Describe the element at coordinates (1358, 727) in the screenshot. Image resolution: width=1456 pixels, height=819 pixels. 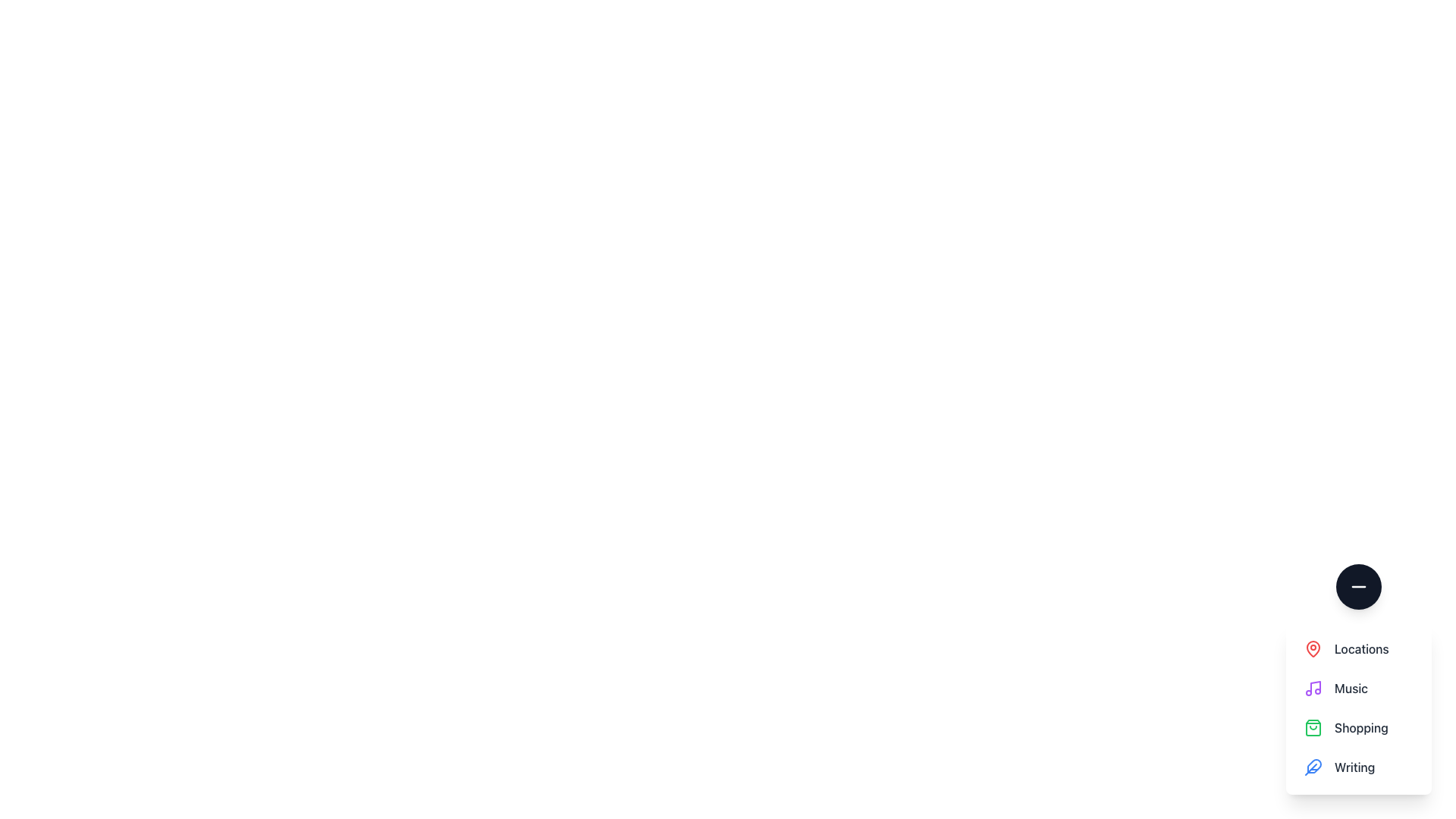
I see `the 'Shopping' menu item, which is the third item in a vertical list and features a green shopping bag icon next to medium-weight gray text` at that location.